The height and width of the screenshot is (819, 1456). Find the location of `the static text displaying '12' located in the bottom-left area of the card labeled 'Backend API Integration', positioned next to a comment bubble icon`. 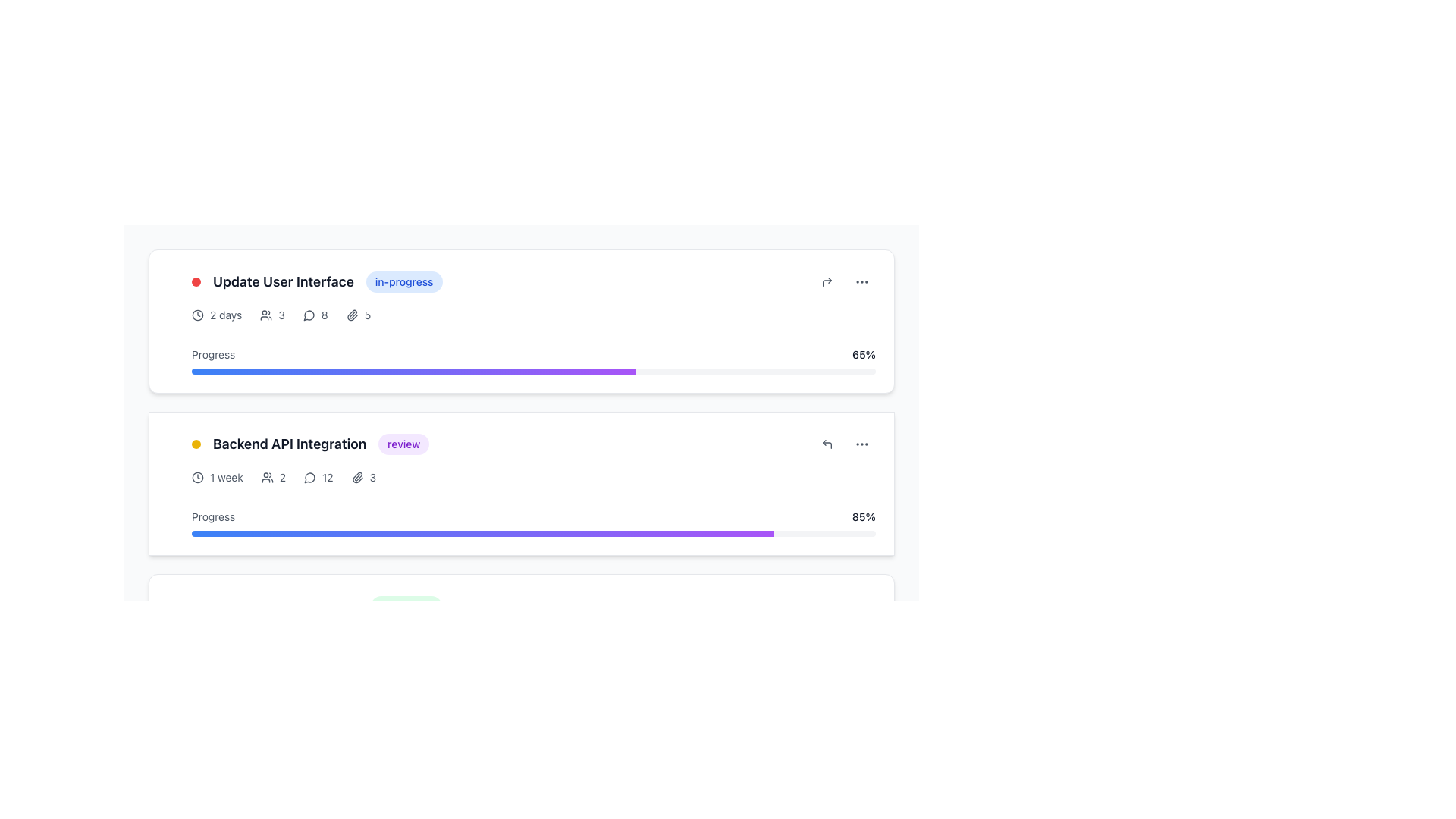

the static text displaying '12' located in the bottom-left area of the card labeled 'Backend API Integration', positioned next to a comment bubble icon is located at coordinates (327, 476).